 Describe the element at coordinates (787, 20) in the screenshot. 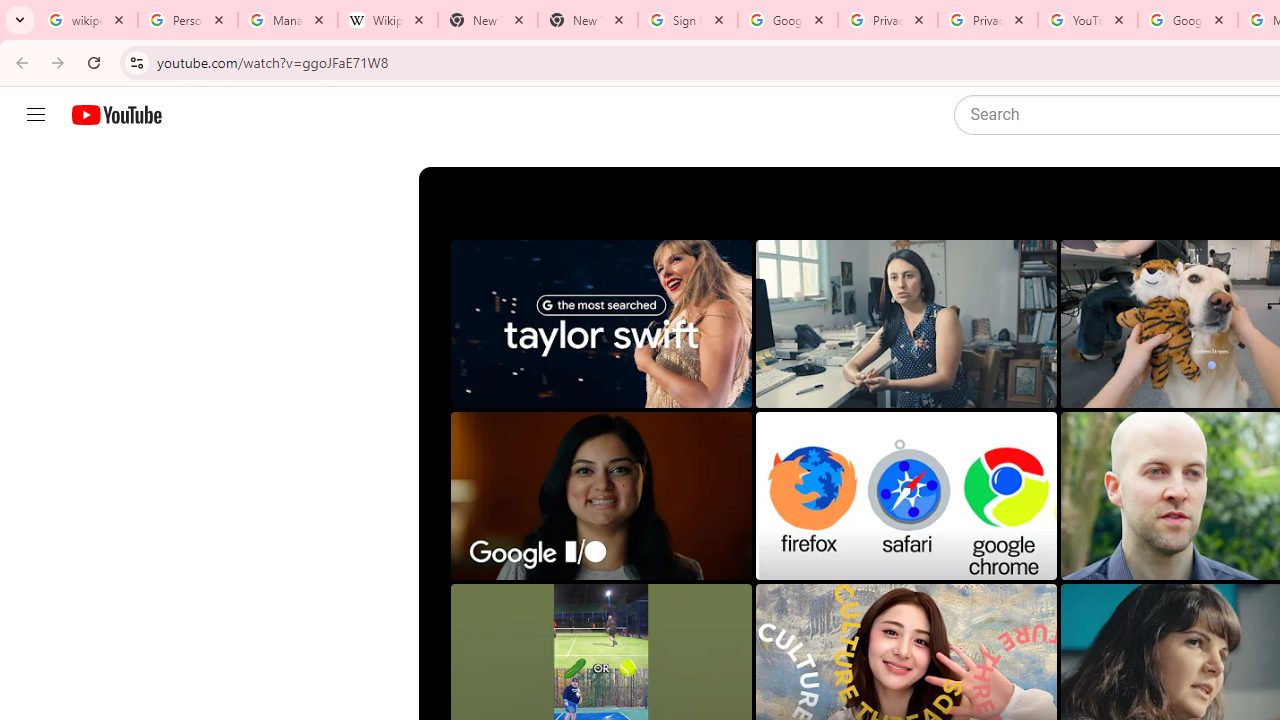

I see `'Google Drive: Sign-in'` at that location.